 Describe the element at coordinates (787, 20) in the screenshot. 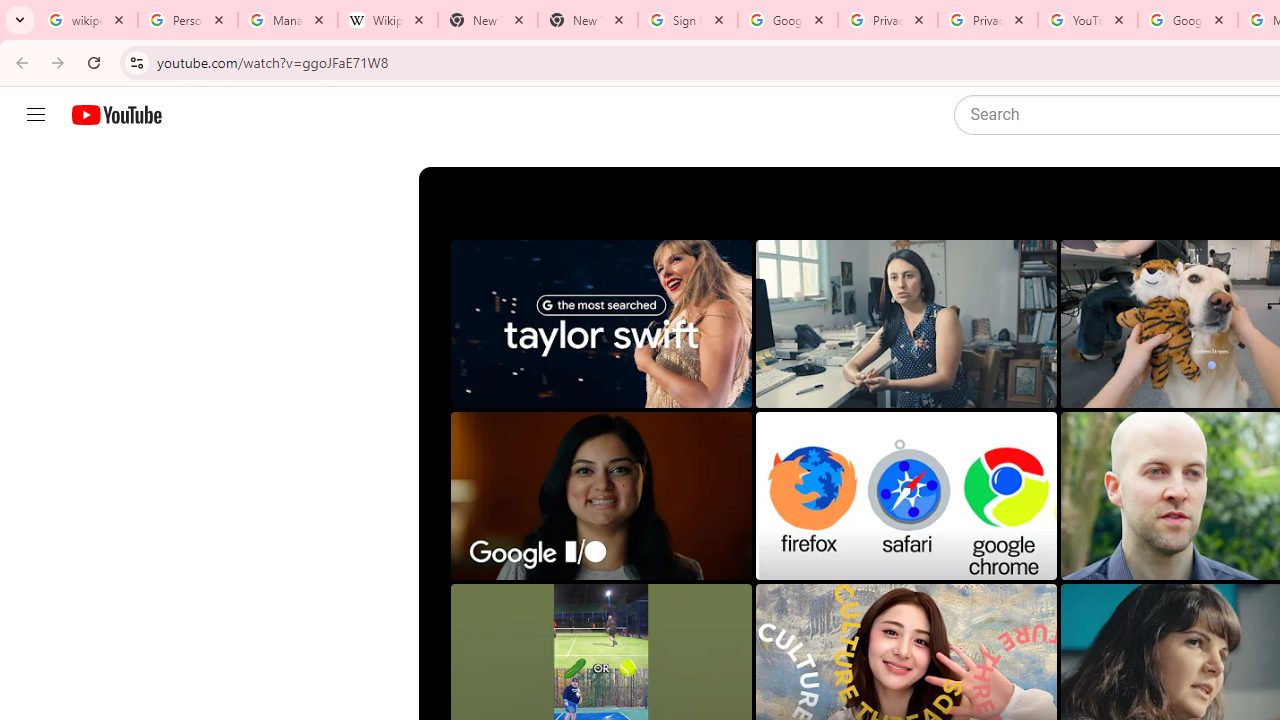

I see `'Google Drive: Sign-in'` at that location.